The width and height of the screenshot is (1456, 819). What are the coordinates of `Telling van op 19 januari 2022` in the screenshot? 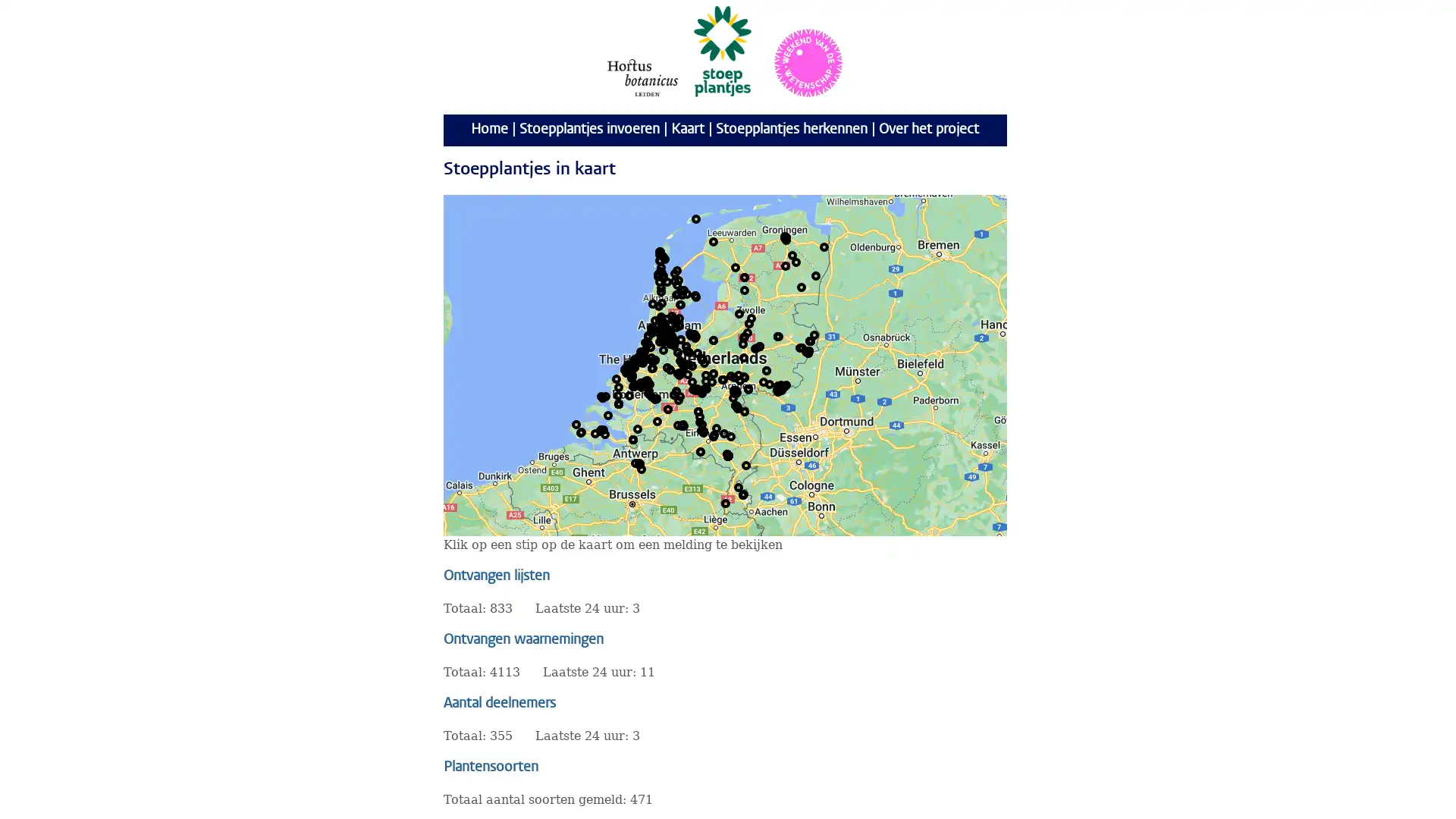 It's located at (662, 336).